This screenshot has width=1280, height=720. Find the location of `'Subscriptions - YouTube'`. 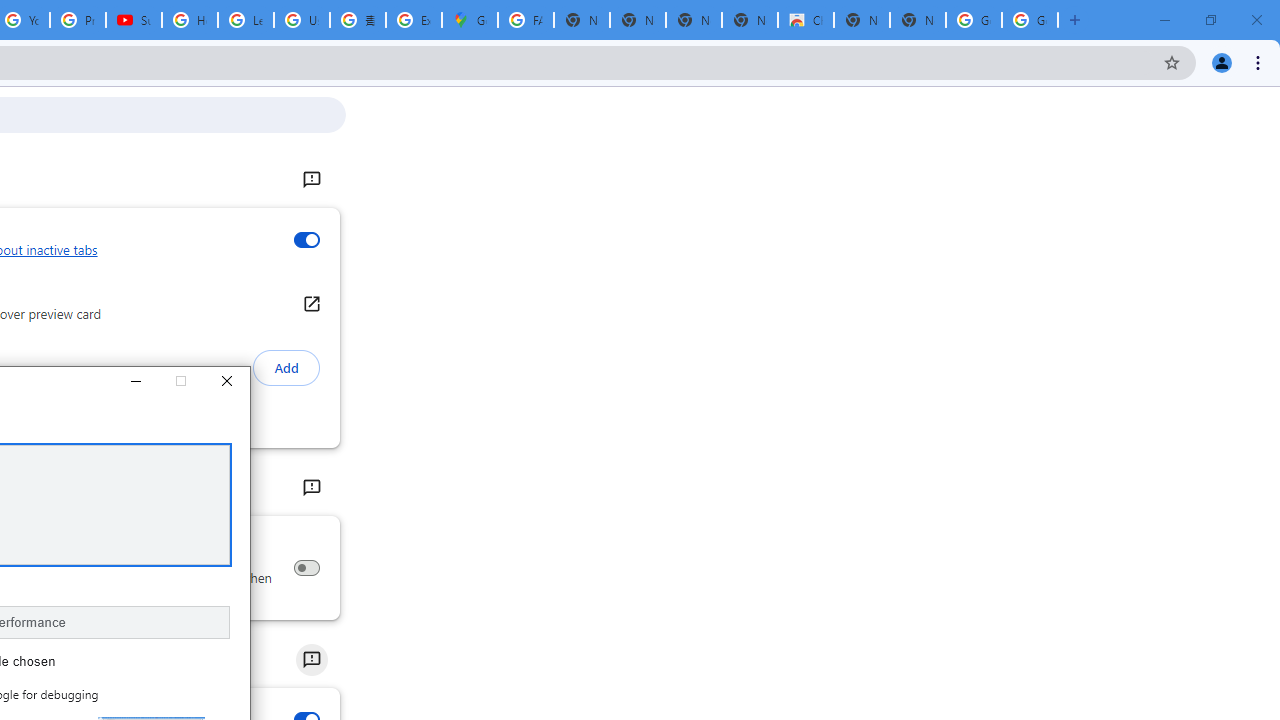

'Subscriptions - YouTube' is located at coordinates (133, 20).